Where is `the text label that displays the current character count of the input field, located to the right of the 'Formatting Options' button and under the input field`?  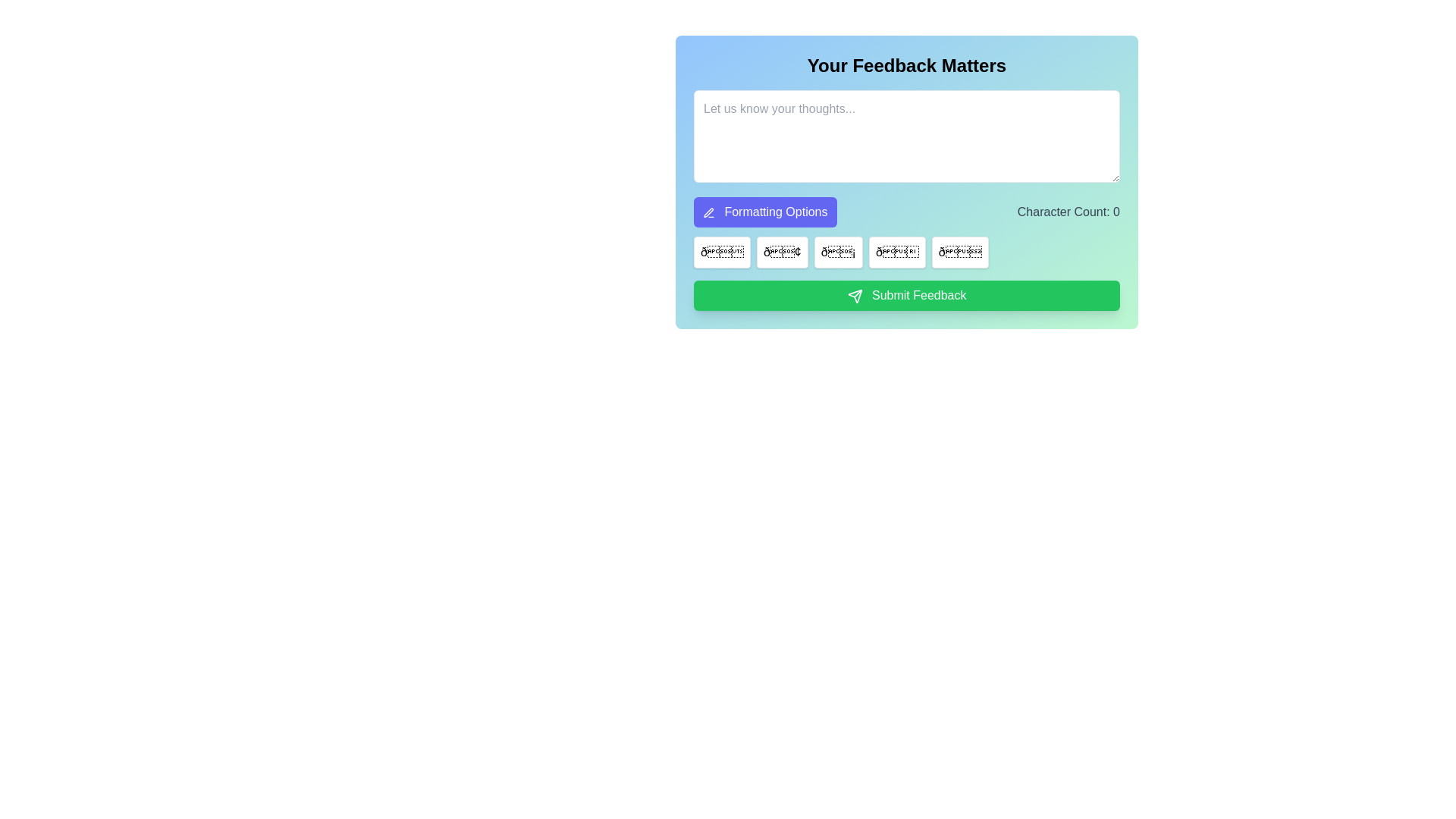 the text label that displays the current character count of the input field, located to the right of the 'Formatting Options' button and under the input field is located at coordinates (1068, 212).